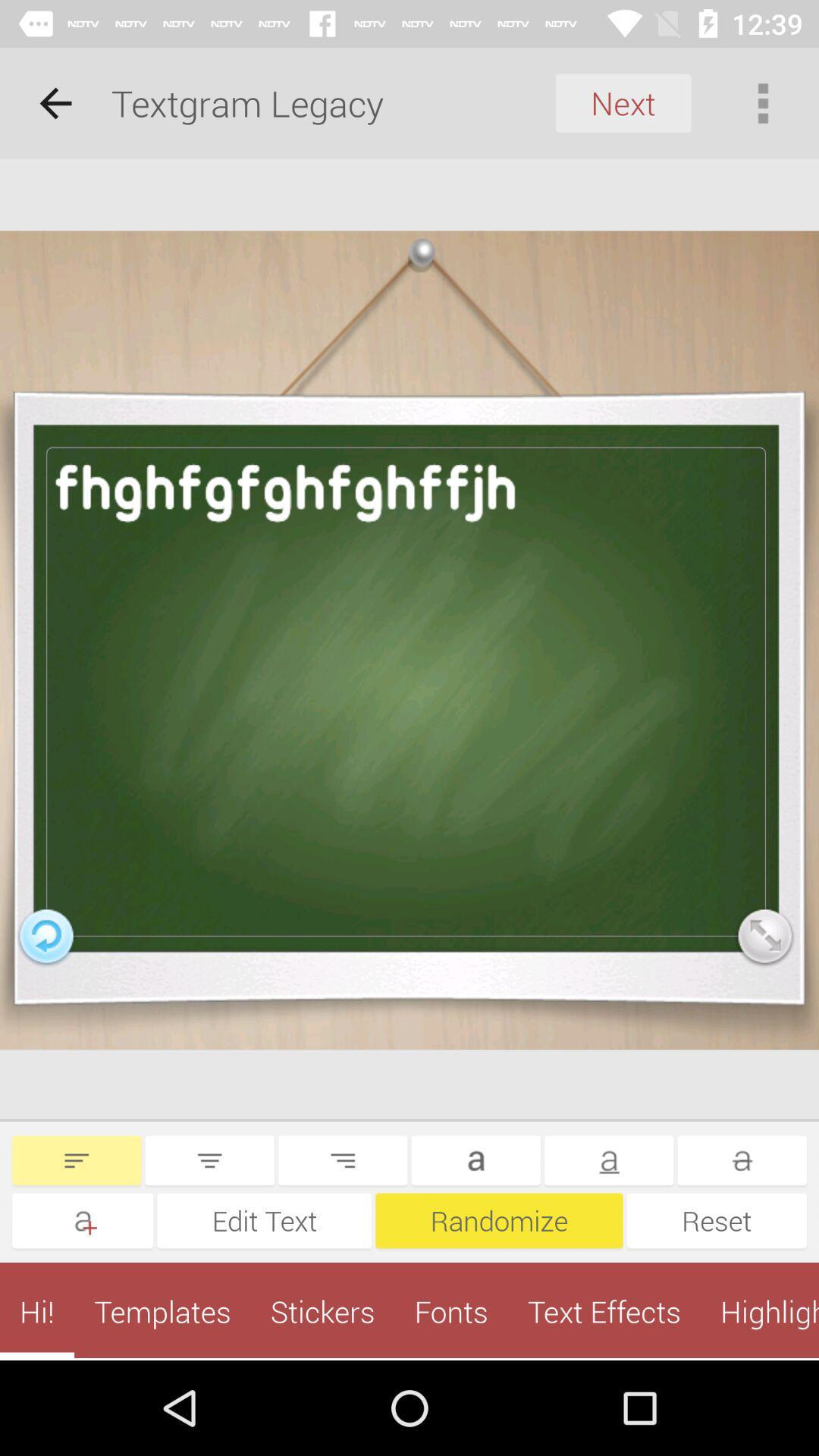 The height and width of the screenshot is (1456, 819). I want to click on underline the letter, so click(608, 1159).